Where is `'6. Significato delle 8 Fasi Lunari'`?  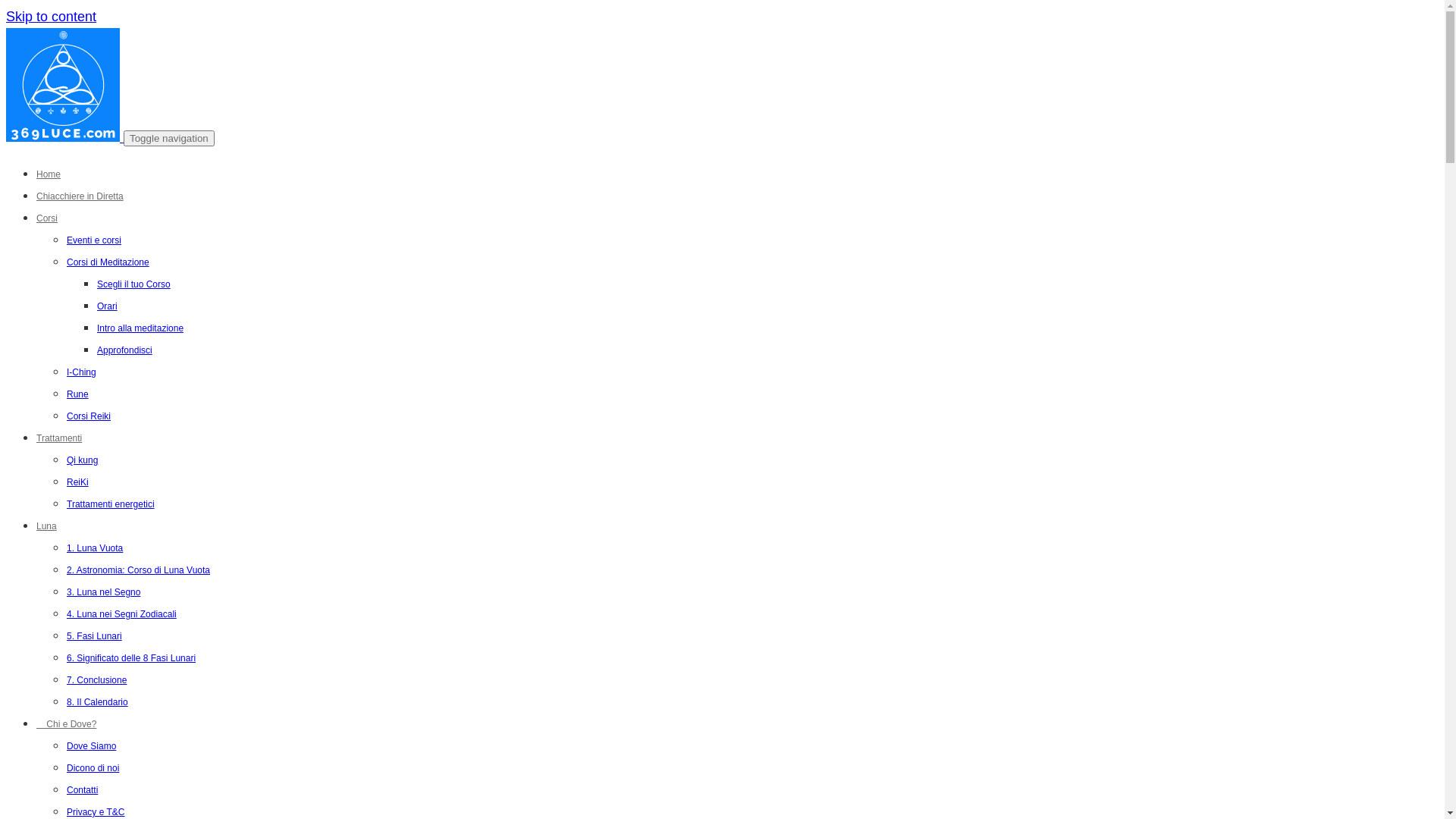 '6. Significato delle 8 Fasi Lunari' is located at coordinates (65, 657).